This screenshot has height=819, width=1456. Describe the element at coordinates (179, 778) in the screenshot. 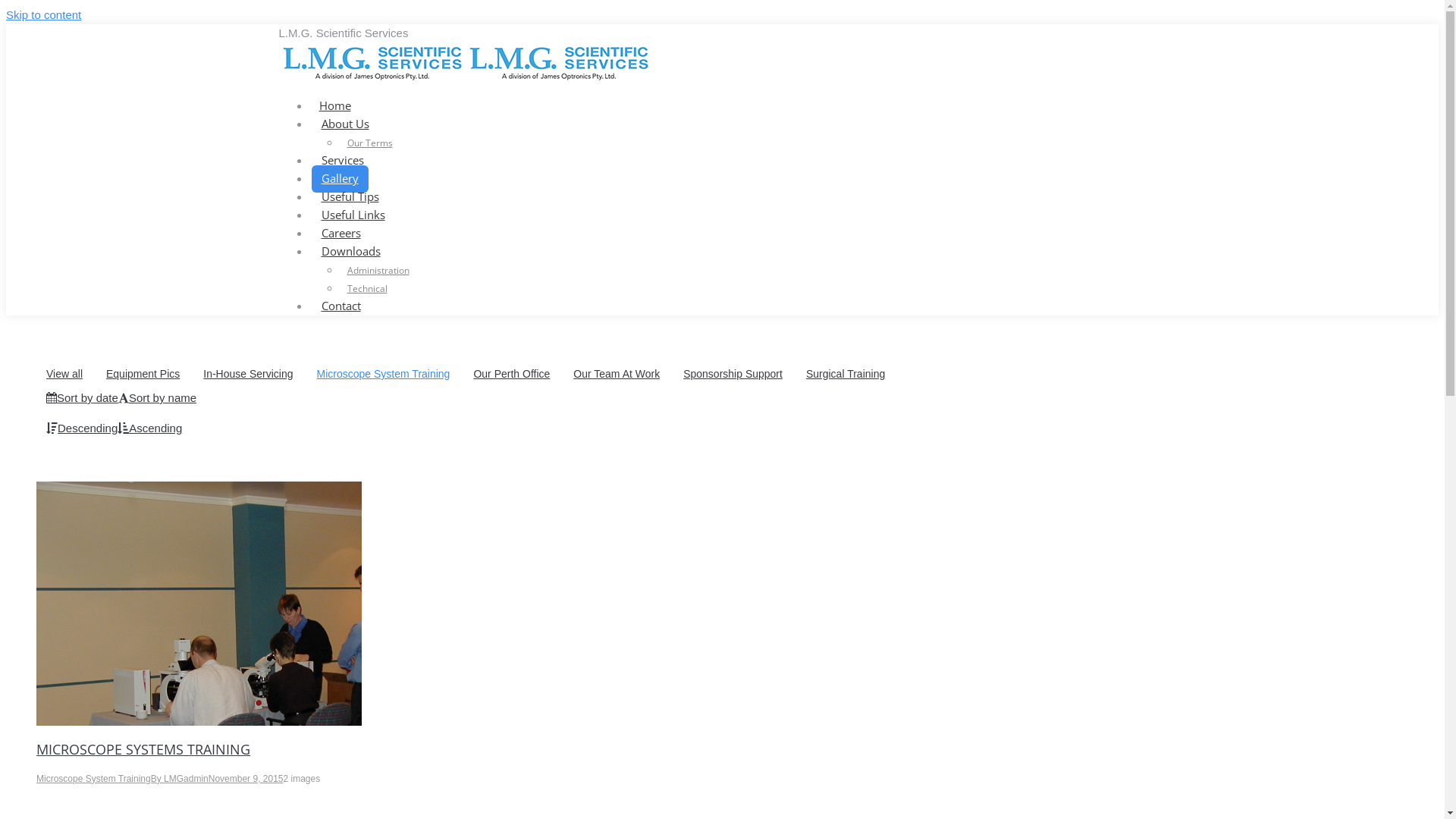

I see `'By LMGadmin'` at that location.